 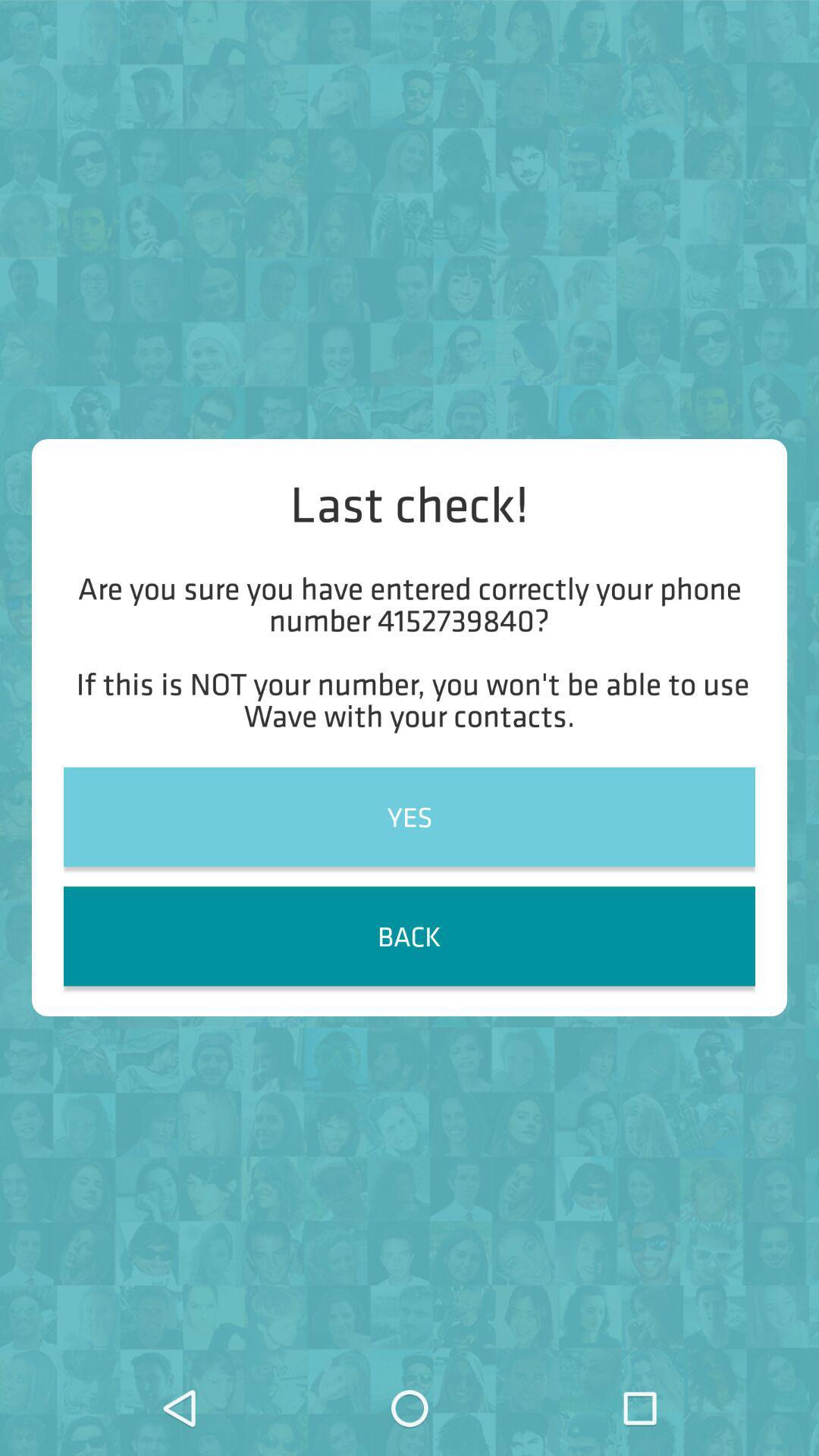 I want to click on the item below last check! item, so click(x=409, y=651).